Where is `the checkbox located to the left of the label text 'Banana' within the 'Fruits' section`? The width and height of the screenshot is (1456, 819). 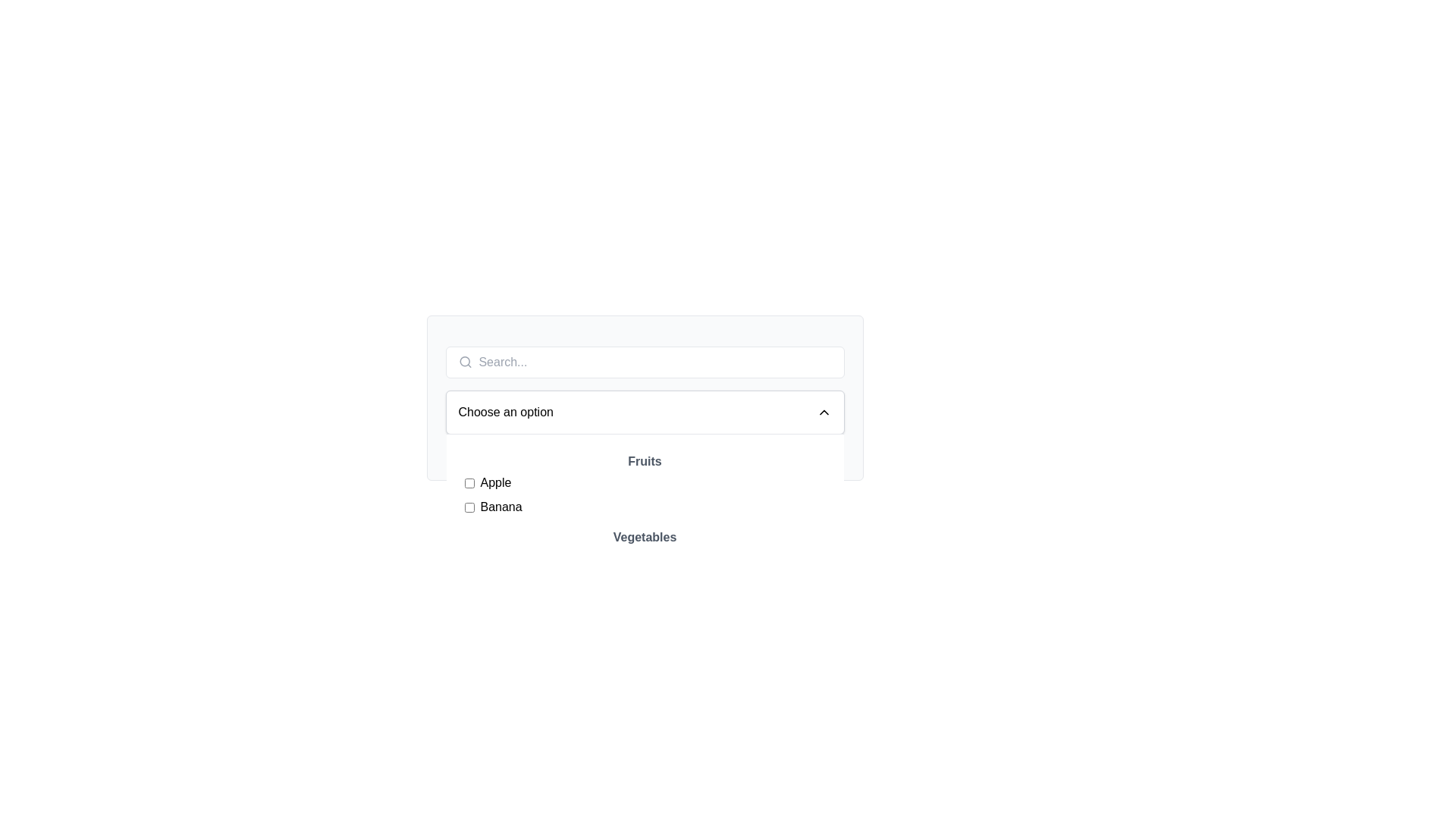
the checkbox located to the left of the label text 'Banana' within the 'Fruits' section is located at coordinates (469, 507).